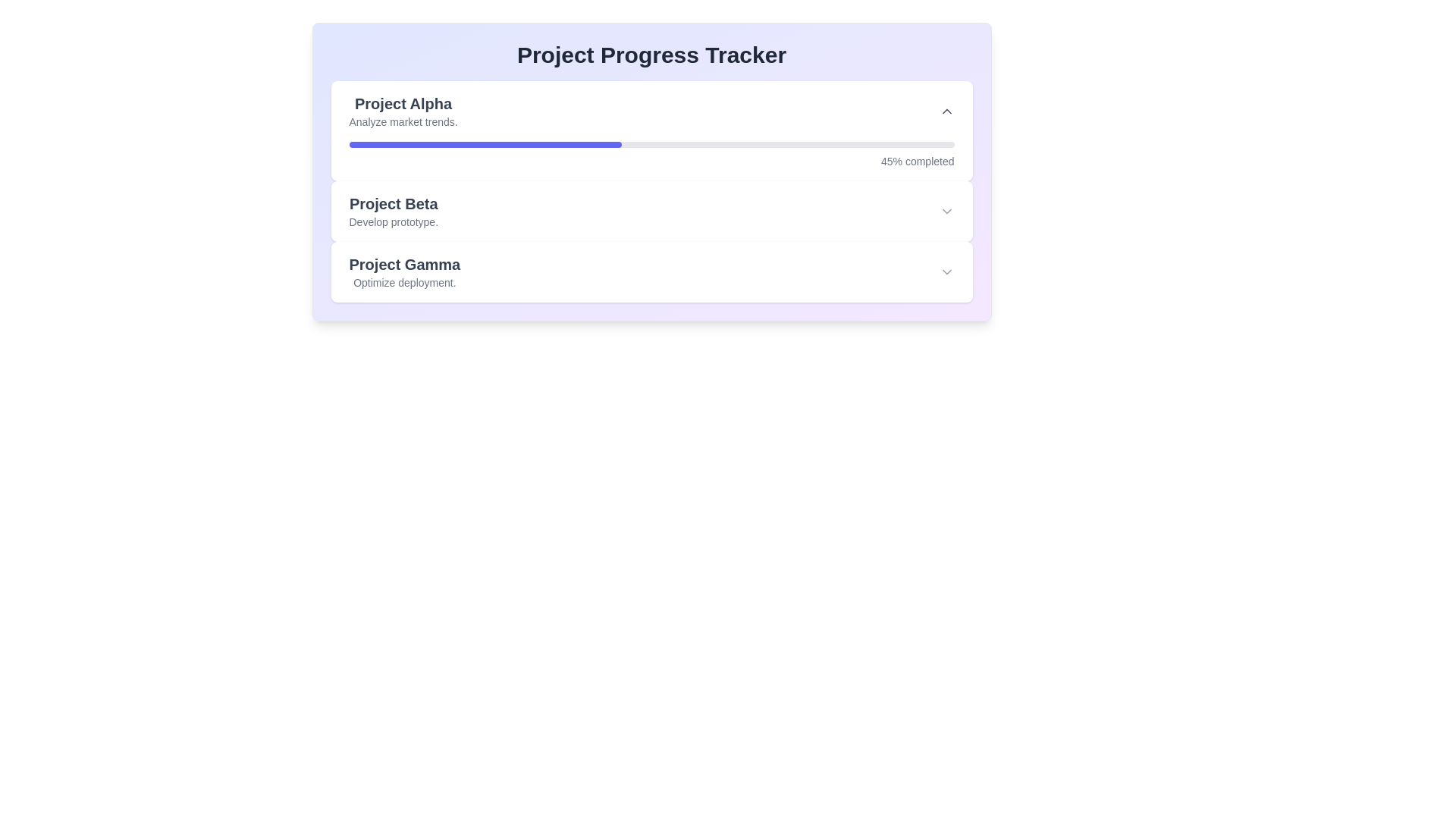 The image size is (1456, 819). Describe the element at coordinates (651, 211) in the screenshot. I see `the Information Card representing the project details located as the second item in a vertical list, positioned below 'Project Alpha' and above 'Project Gamma'` at that location.